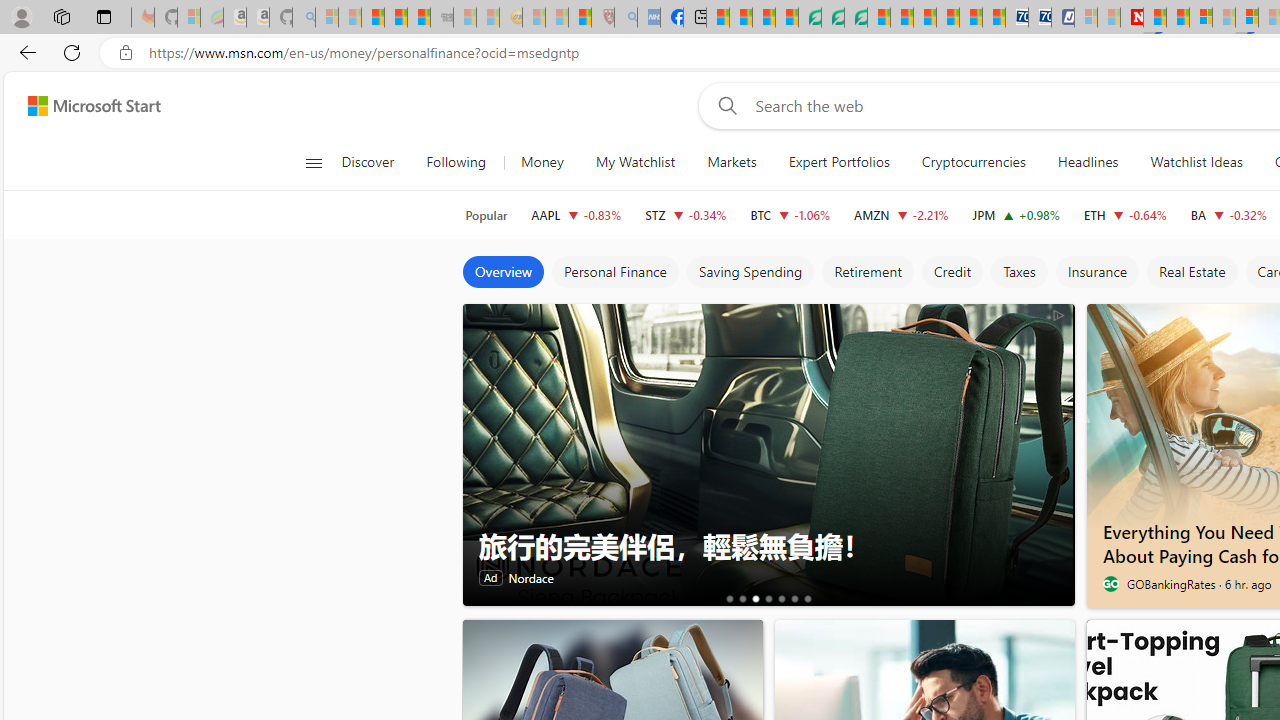  I want to click on 'ETH Ethereum decrease 2,624.30 -16.80 -0.64%', so click(1125, 214).